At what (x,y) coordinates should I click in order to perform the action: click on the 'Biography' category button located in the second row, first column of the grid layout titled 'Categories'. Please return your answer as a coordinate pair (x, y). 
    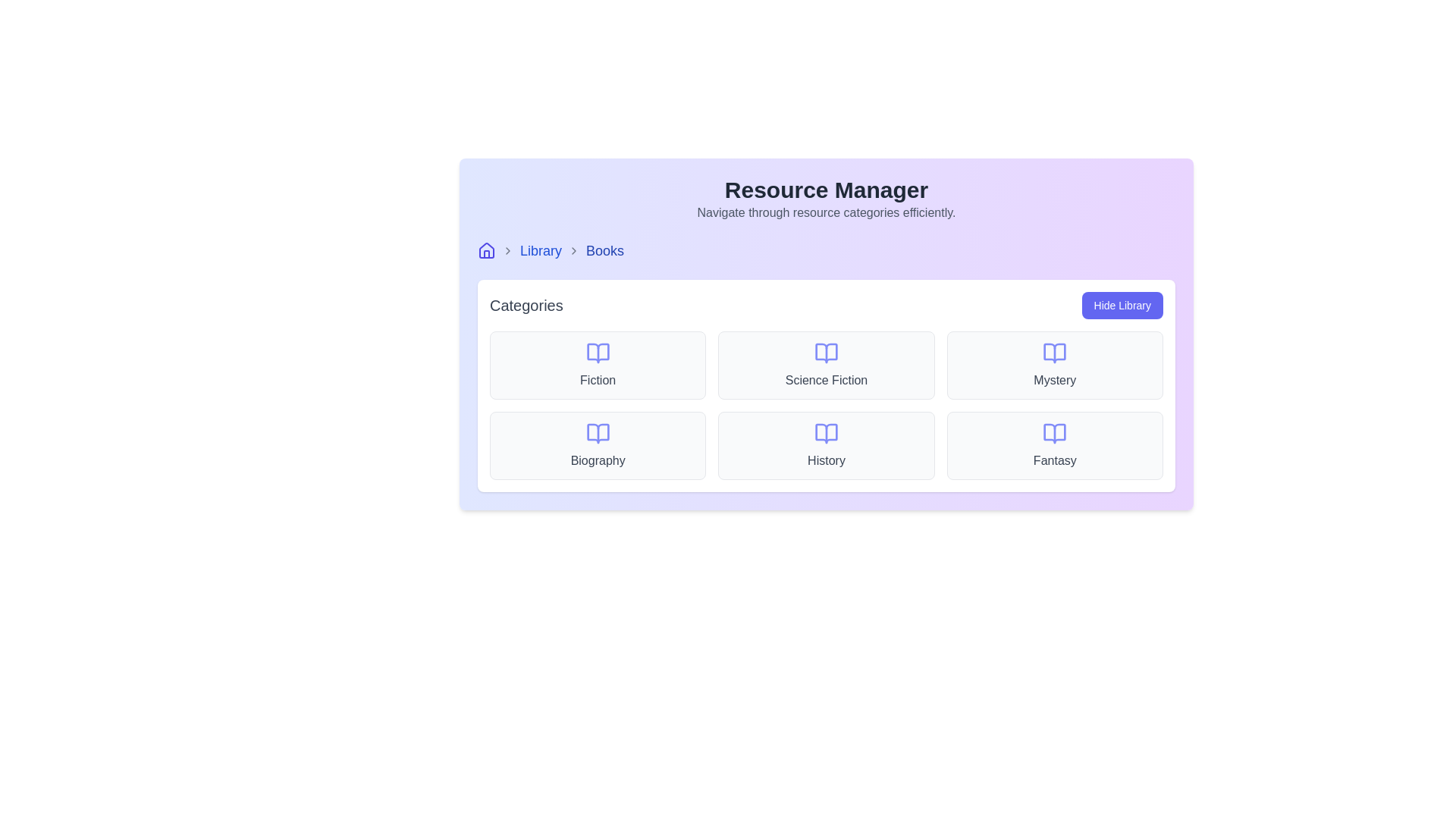
    Looking at the image, I should click on (597, 444).